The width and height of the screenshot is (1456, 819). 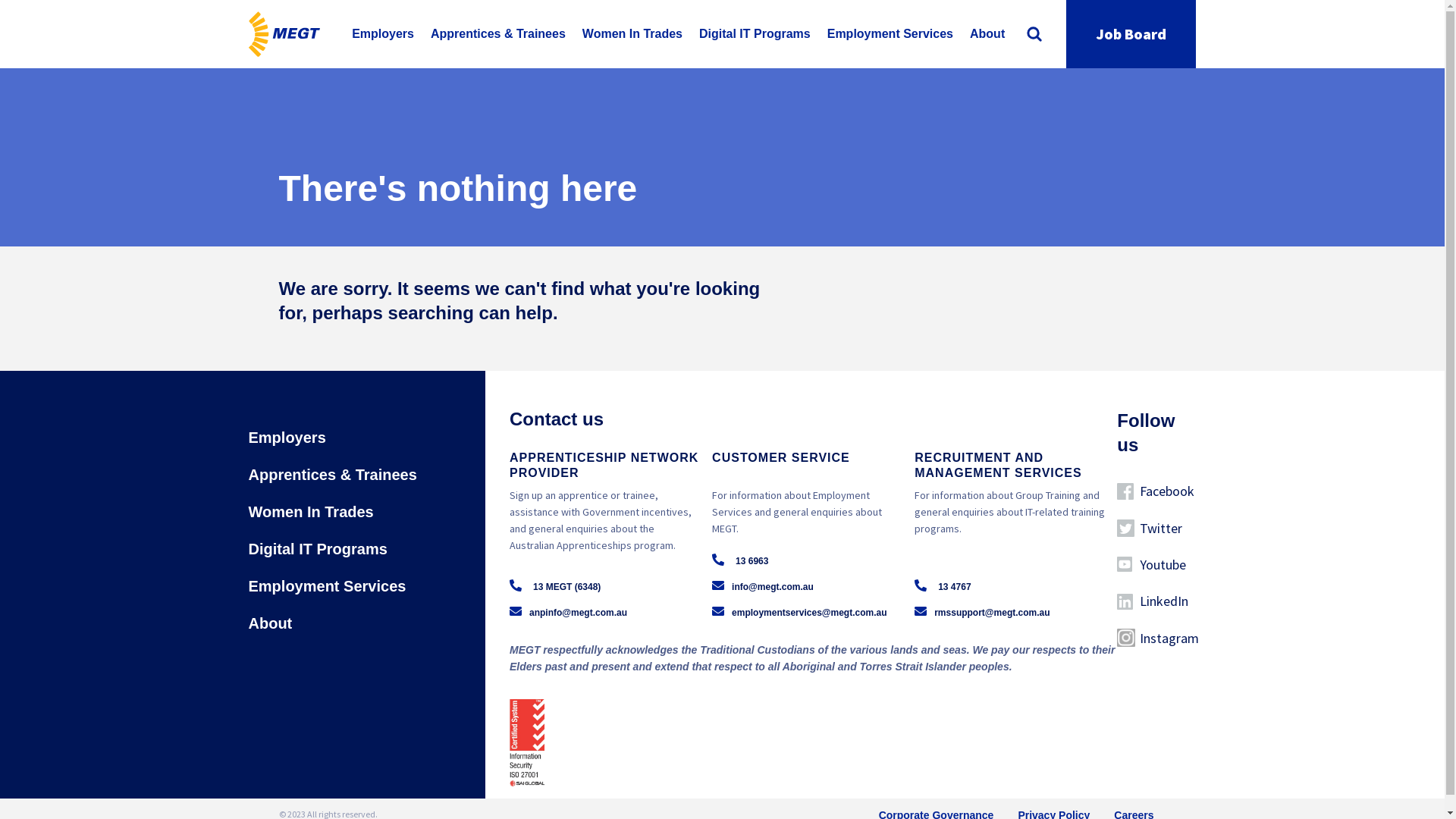 What do you see at coordinates (330, 585) in the screenshot?
I see `'Employment Services'` at bounding box center [330, 585].